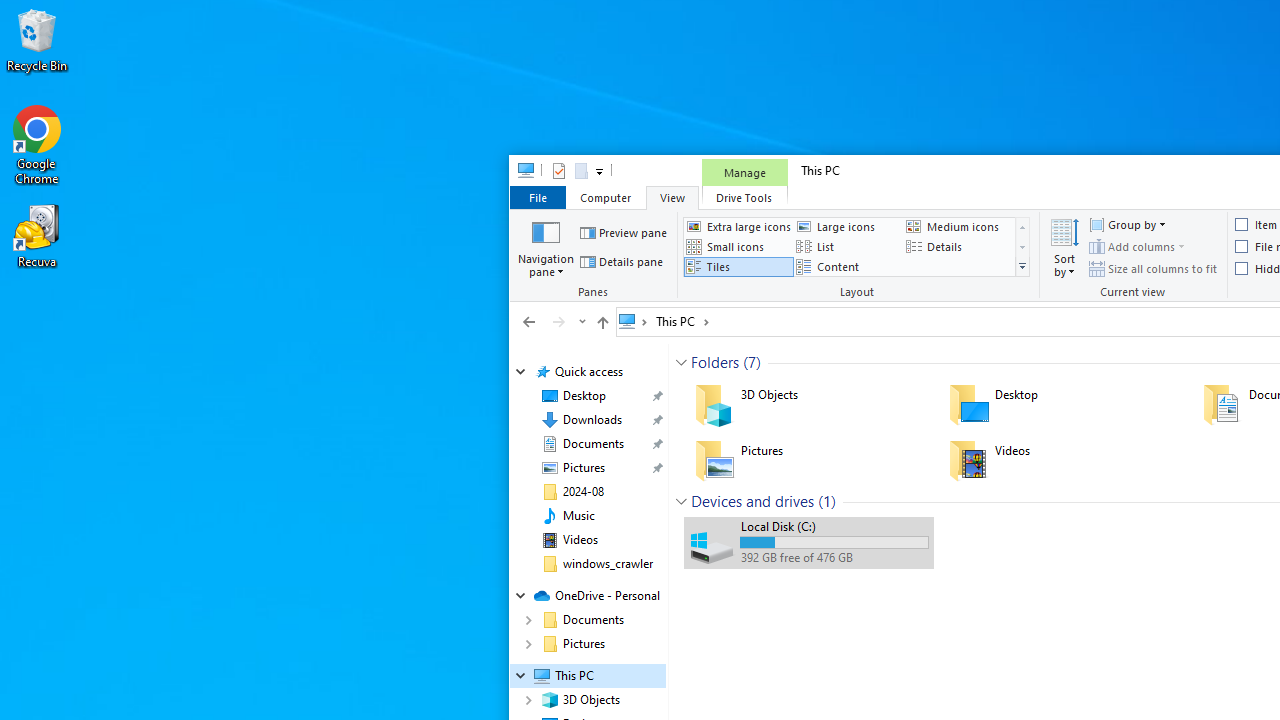 The width and height of the screenshot is (1280, 720). What do you see at coordinates (1127, 225) in the screenshot?
I see `'Group by'` at bounding box center [1127, 225].